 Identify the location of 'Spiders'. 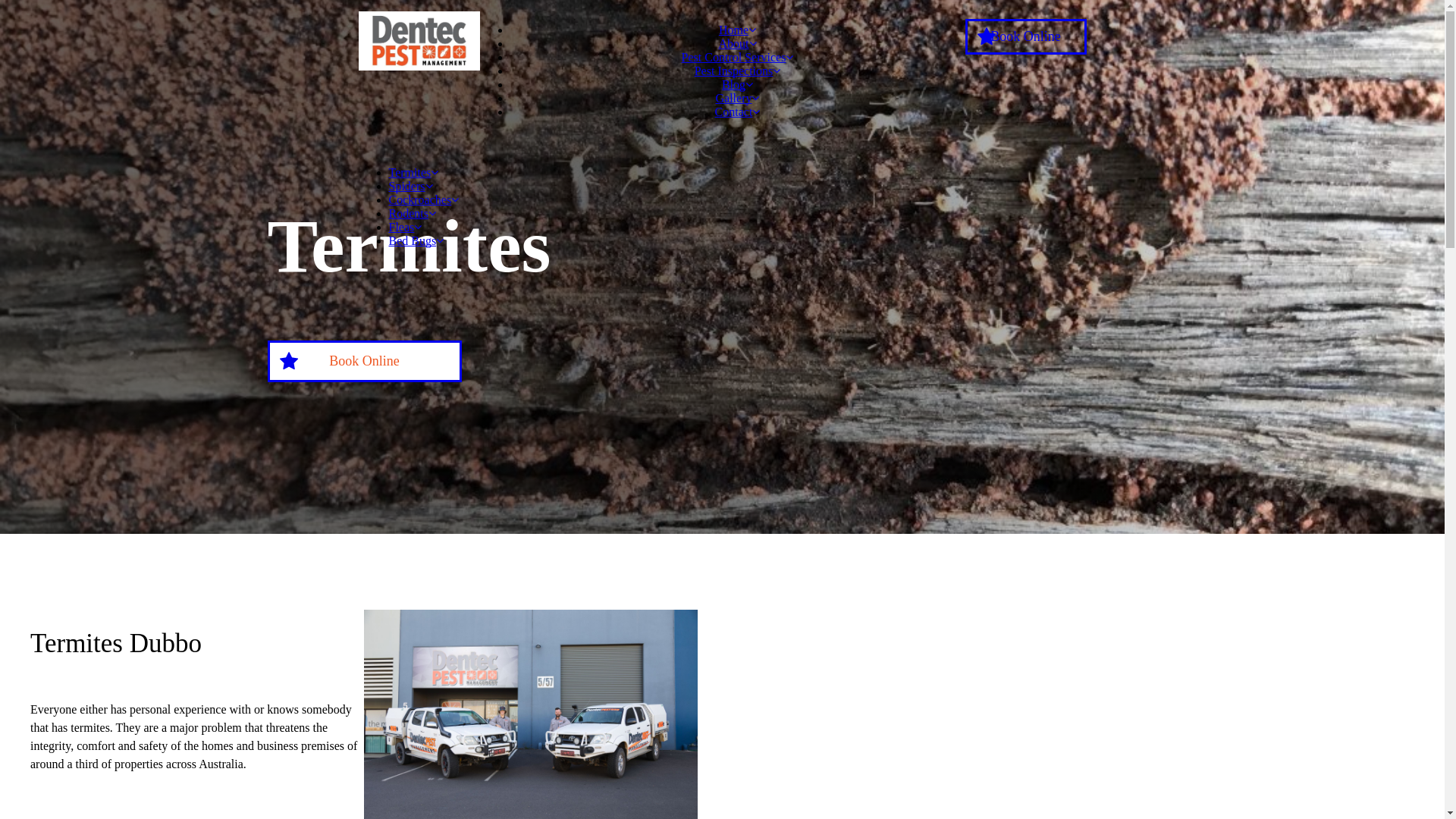
(388, 185).